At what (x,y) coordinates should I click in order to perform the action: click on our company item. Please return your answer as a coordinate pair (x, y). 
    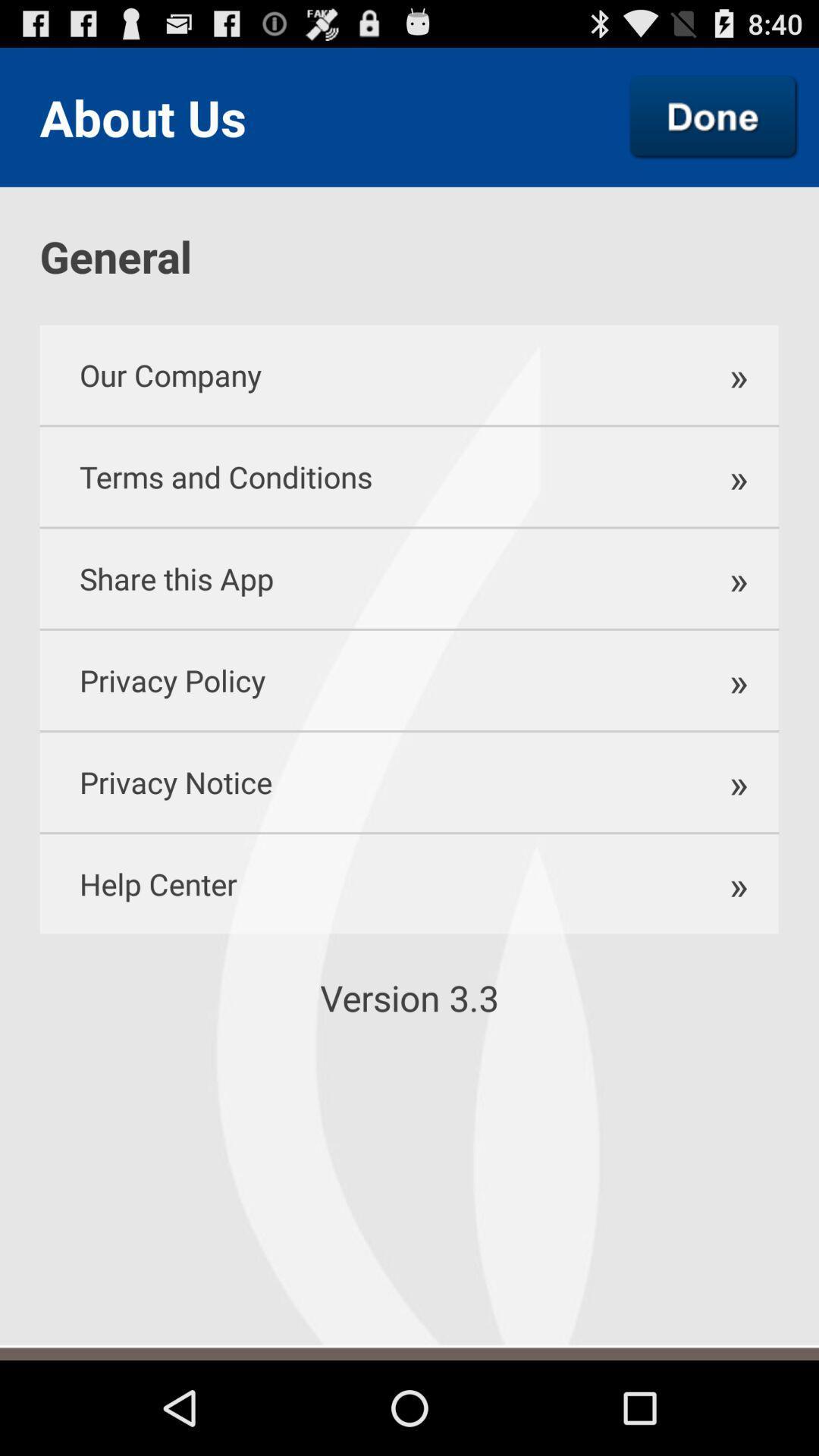
    Looking at the image, I should click on (361, 375).